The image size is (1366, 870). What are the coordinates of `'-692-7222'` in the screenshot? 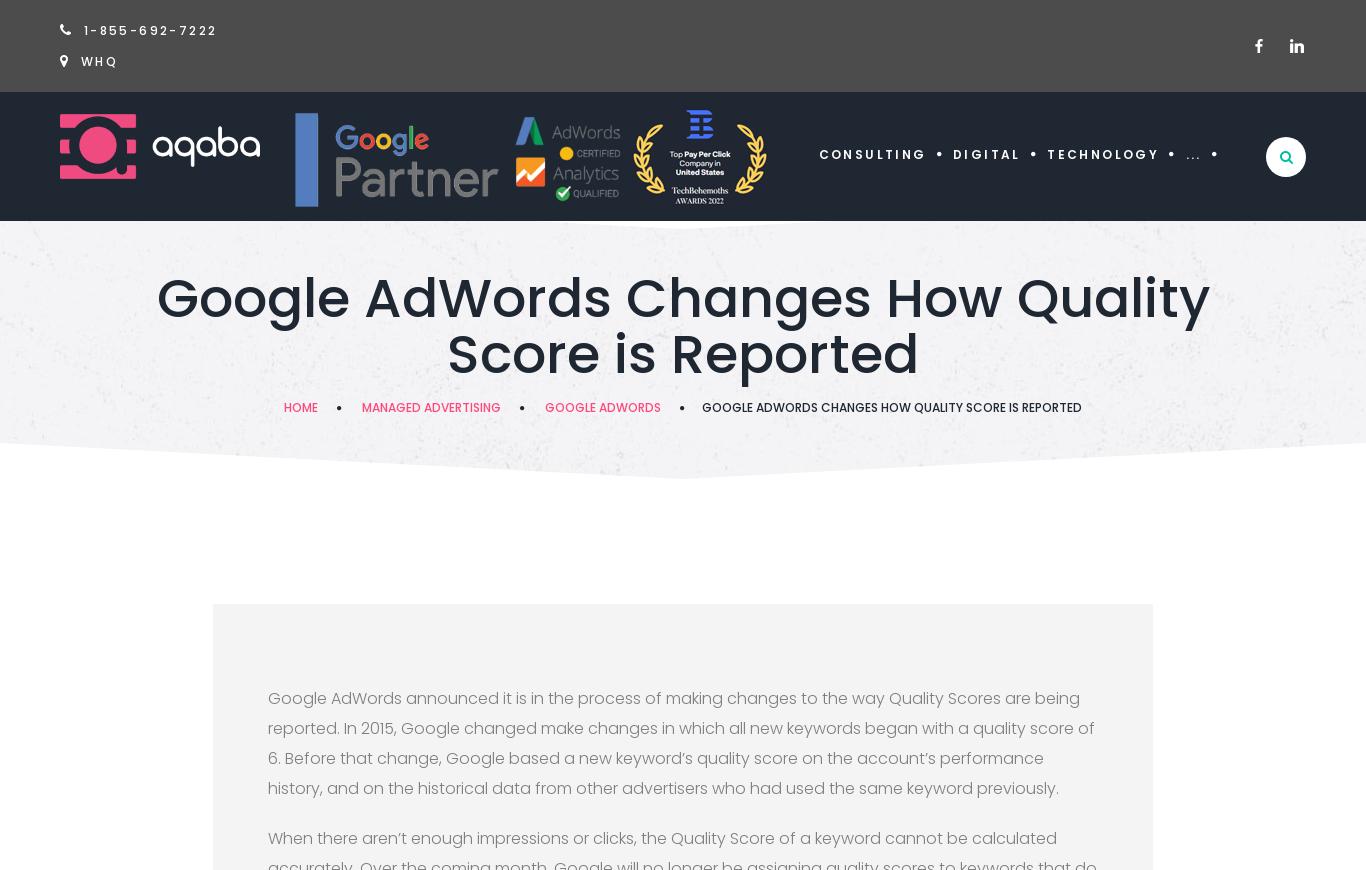 It's located at (171, 29).